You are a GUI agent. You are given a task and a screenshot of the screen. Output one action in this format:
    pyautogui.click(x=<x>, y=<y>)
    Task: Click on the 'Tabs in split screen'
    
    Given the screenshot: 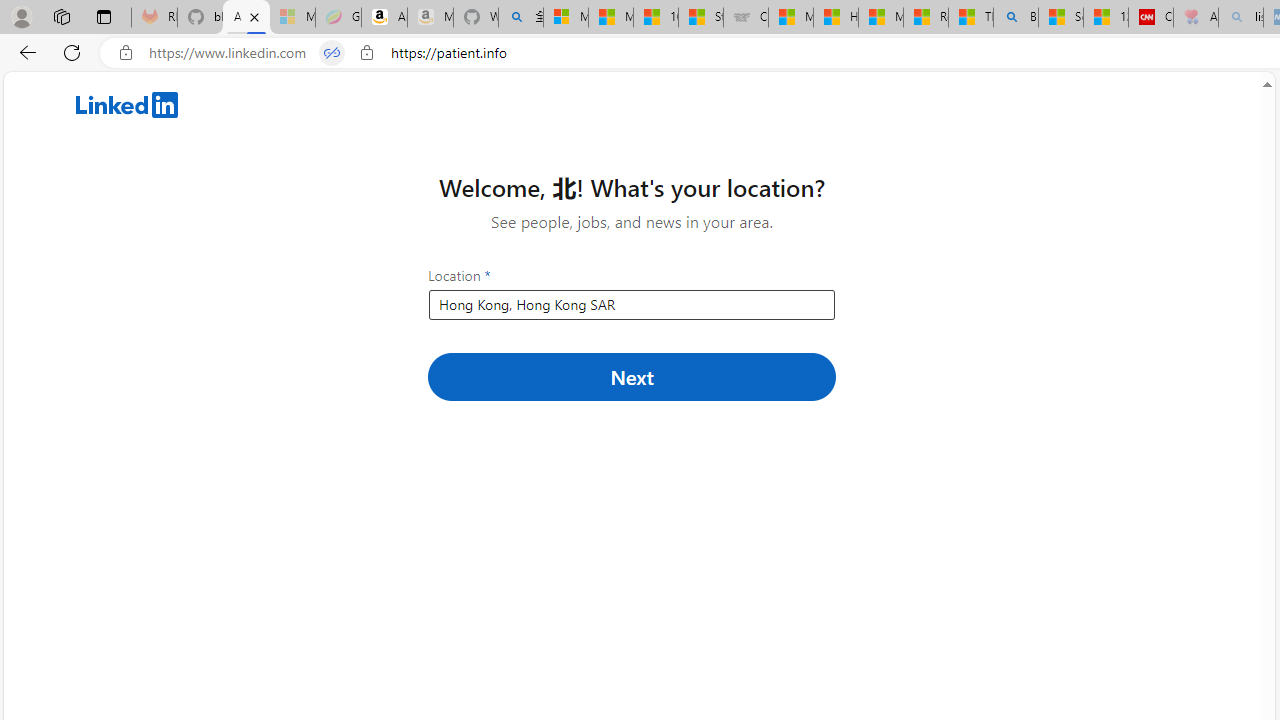 What is the action you would take?
    pyautogui.click(x=332, y=52)
    